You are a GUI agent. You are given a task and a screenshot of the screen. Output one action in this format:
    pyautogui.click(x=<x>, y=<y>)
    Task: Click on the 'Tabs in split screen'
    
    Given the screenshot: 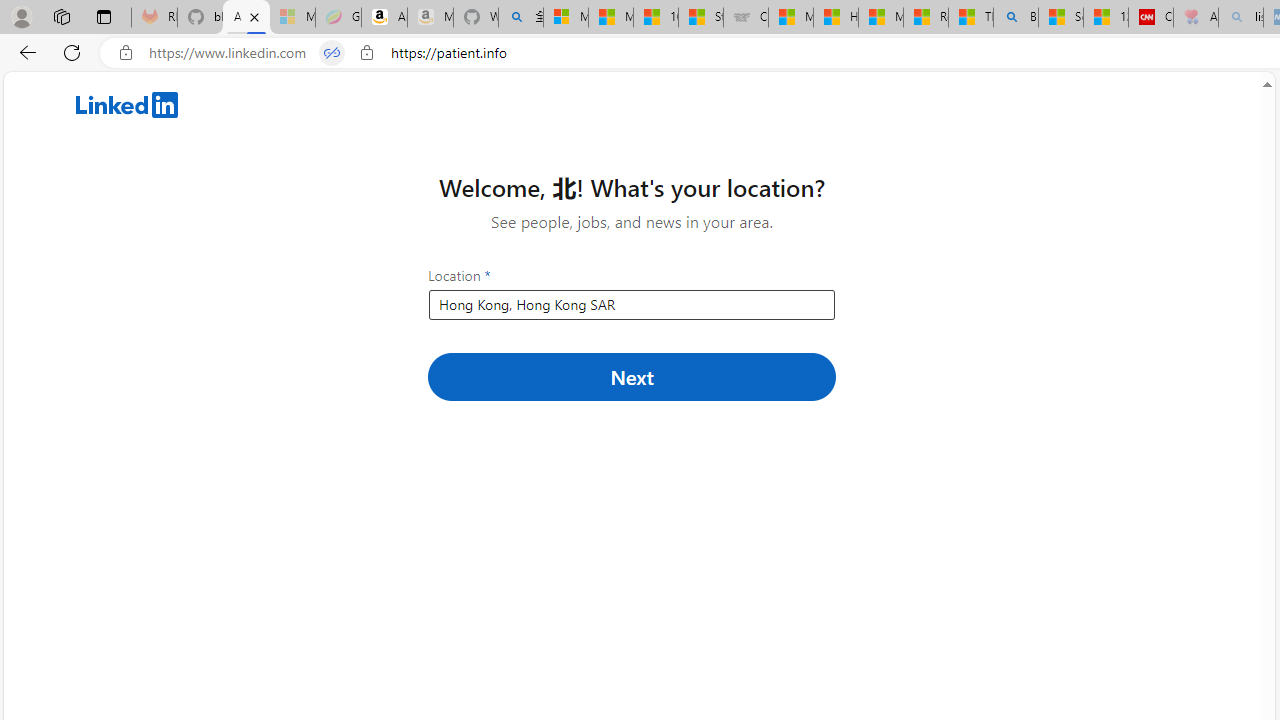 What is the action you would take?
    pyautogui.click(x=332, y=52)
    